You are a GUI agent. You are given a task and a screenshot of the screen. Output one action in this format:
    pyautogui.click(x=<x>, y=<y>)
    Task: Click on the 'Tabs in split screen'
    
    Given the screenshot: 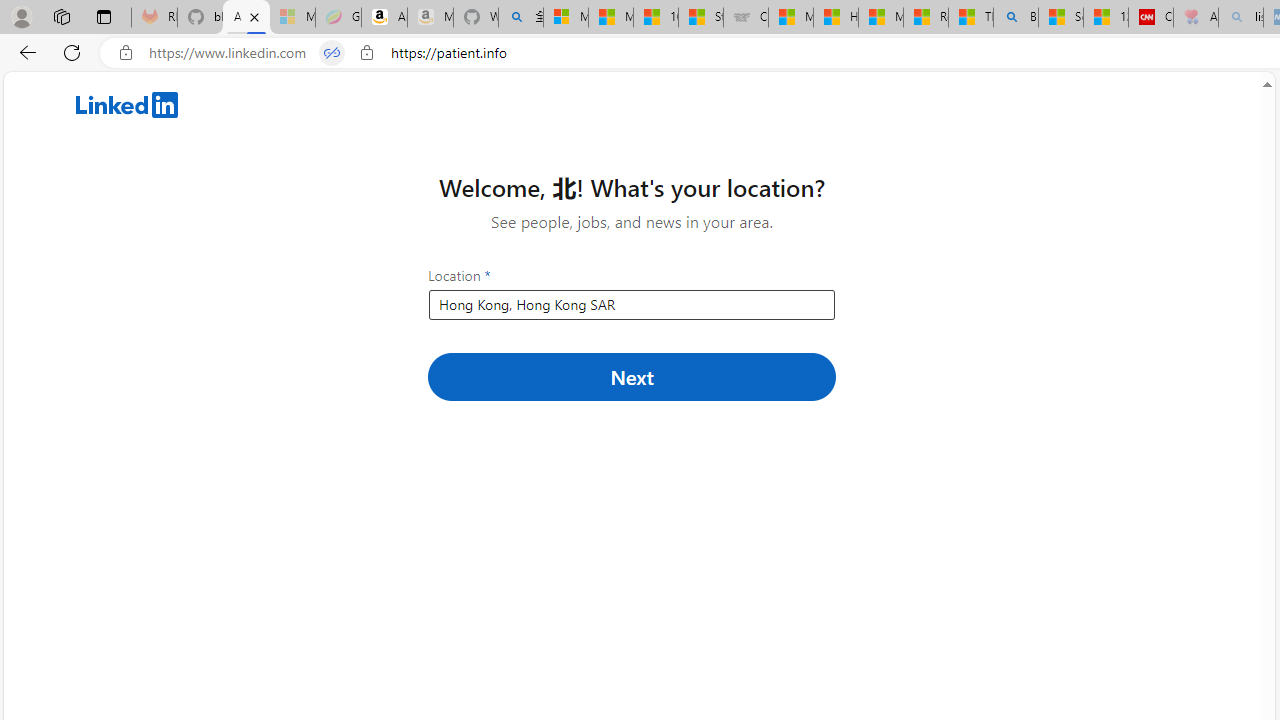 What is the action you would take?
    pyautogui.click(x=332, y=52)
    